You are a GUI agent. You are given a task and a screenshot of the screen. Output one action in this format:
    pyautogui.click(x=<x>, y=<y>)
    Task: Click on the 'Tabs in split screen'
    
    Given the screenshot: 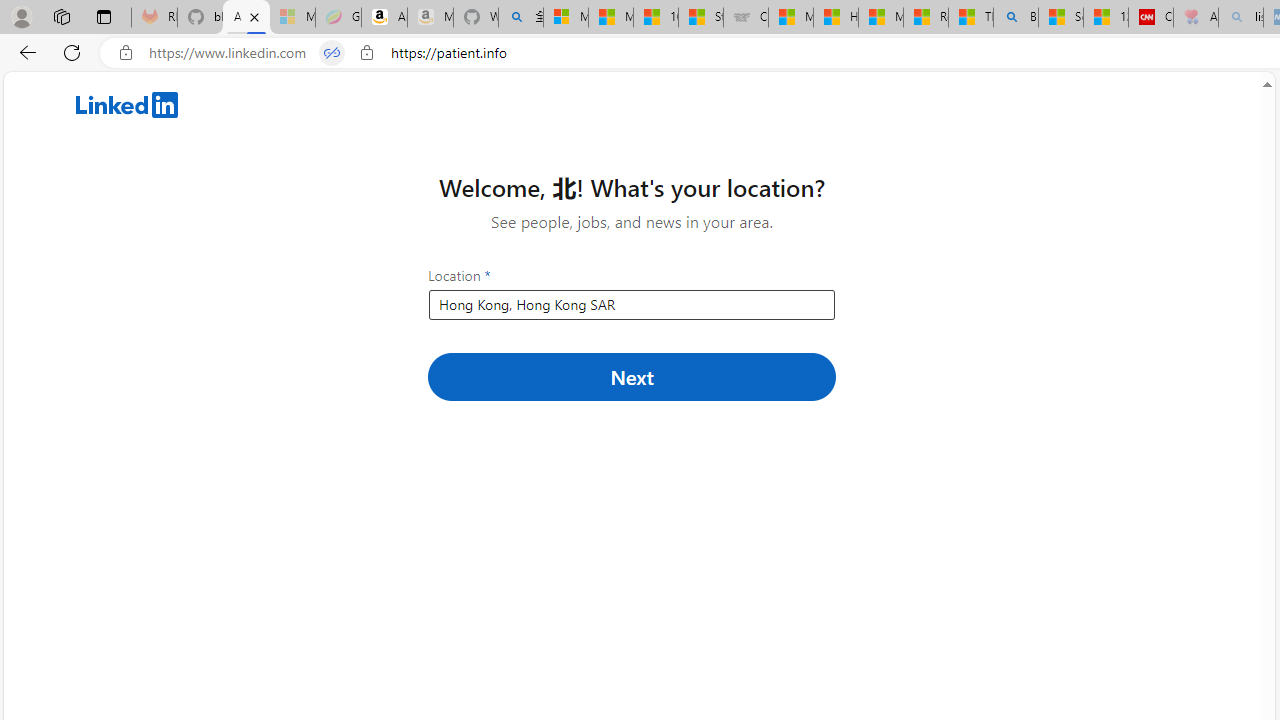 What is the action you would take?
    pyautogui.click(x=332, y=52)
    